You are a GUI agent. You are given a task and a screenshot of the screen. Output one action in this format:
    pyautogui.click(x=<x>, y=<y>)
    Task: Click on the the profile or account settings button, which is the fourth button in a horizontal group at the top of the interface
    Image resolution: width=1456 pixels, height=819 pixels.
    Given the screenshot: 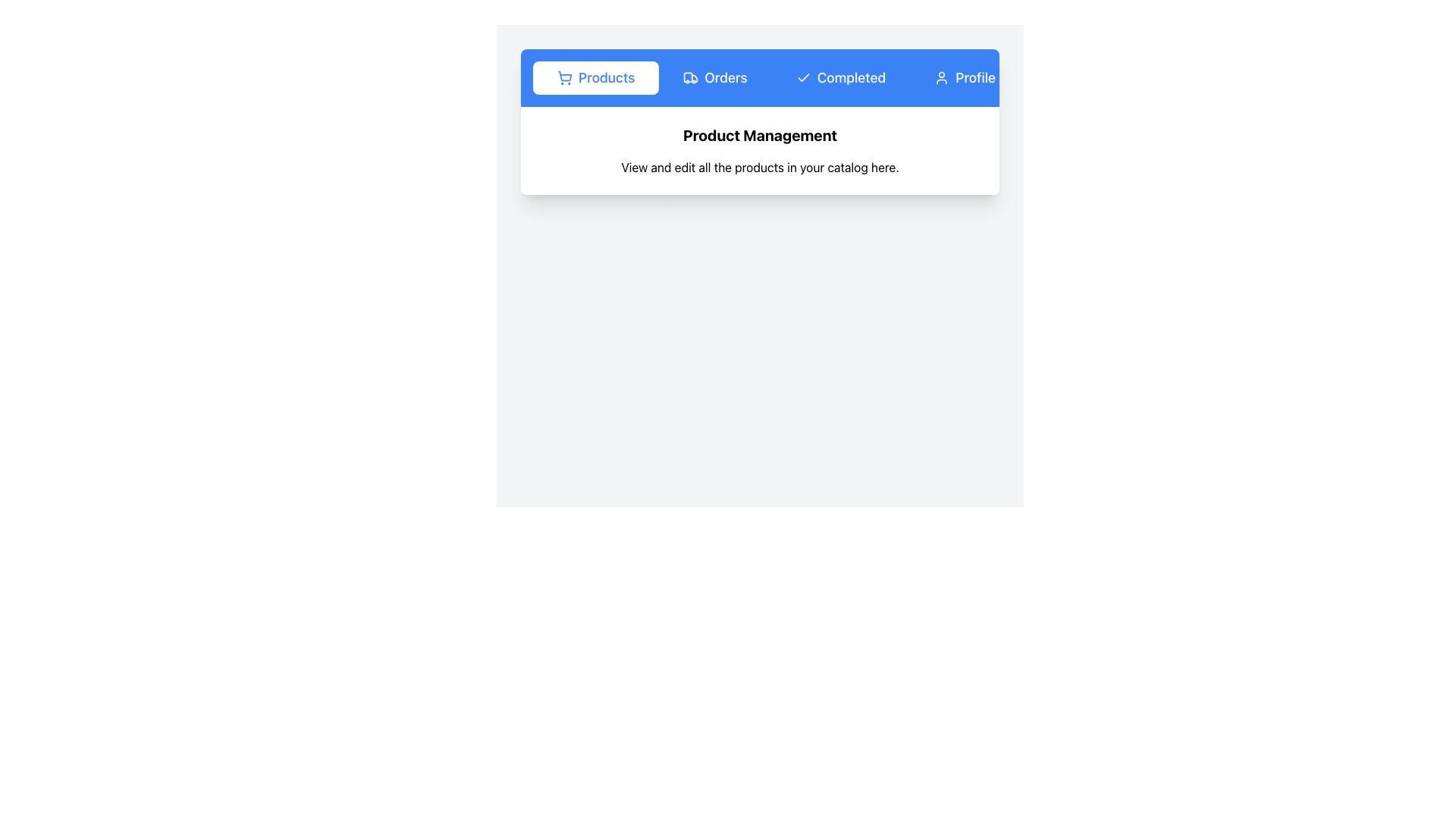 What is the action you would take?
    pyautogui.click(x=964, y=78)
    